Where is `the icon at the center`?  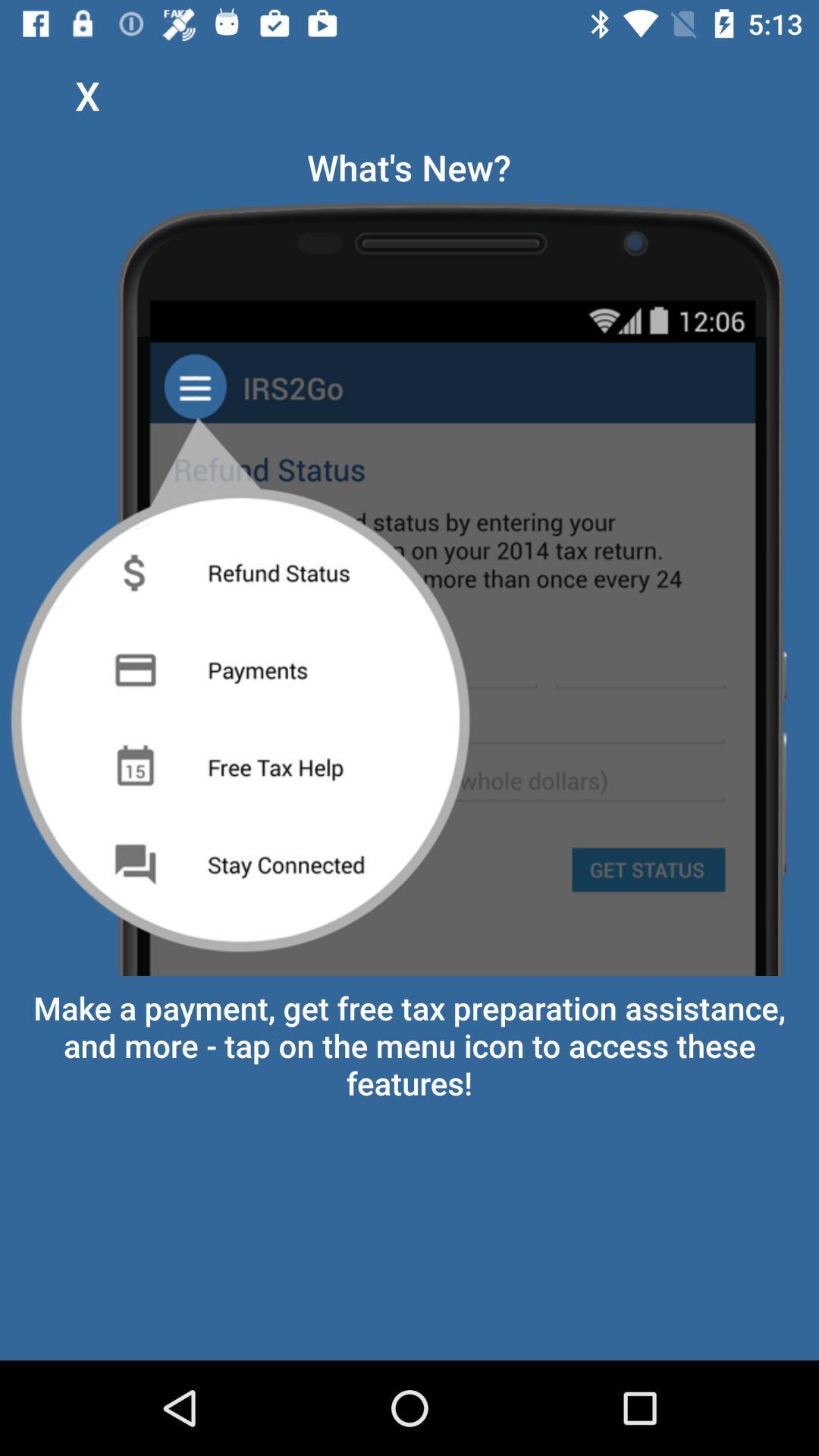 the icon at the center is located at coordinates (409, 582).